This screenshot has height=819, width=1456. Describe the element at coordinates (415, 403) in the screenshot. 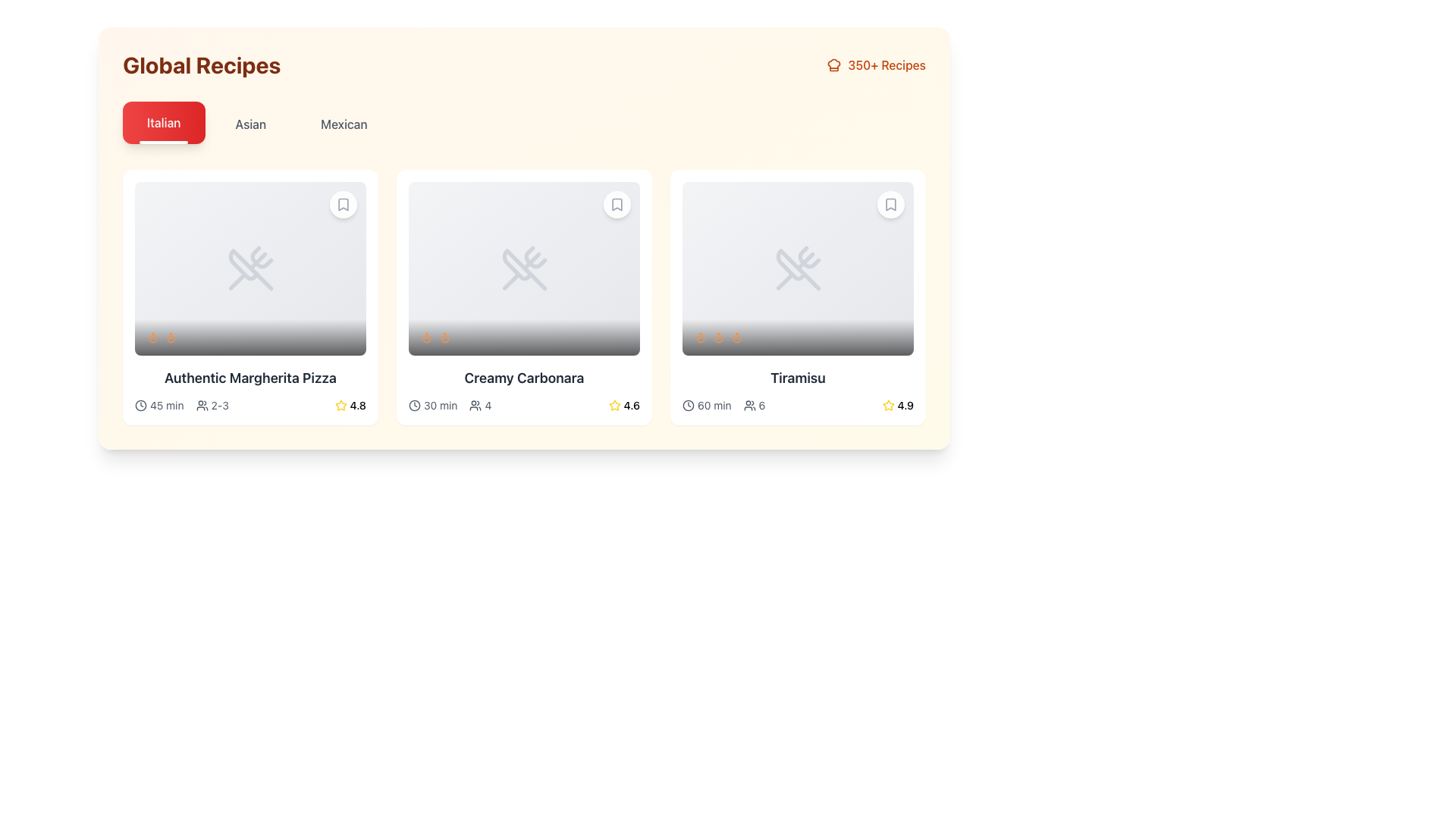

I see `the cooking duration visually` at that location.